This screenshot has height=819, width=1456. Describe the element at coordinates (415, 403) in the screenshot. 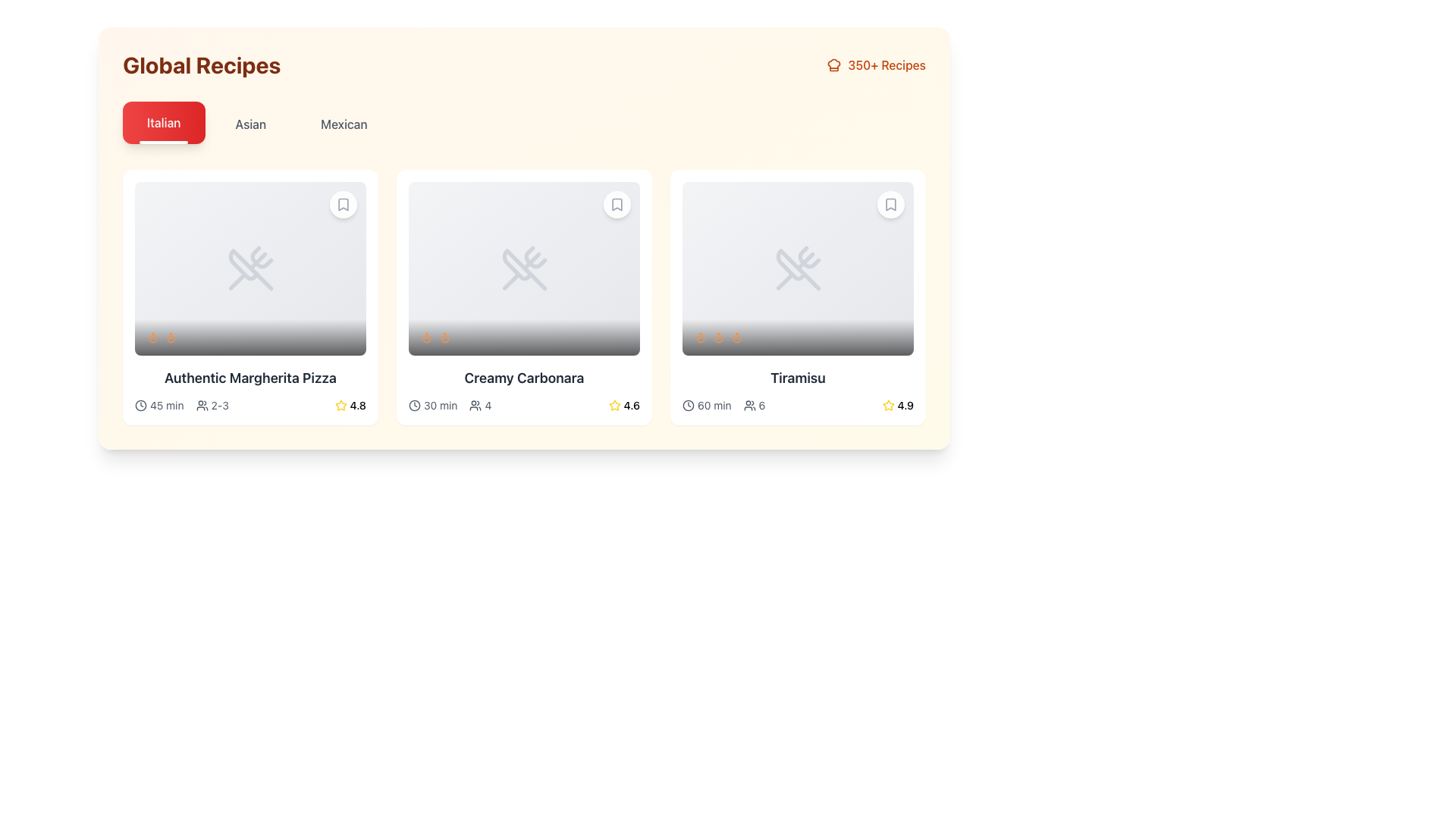

I see `the cooking duration visually` at that location.